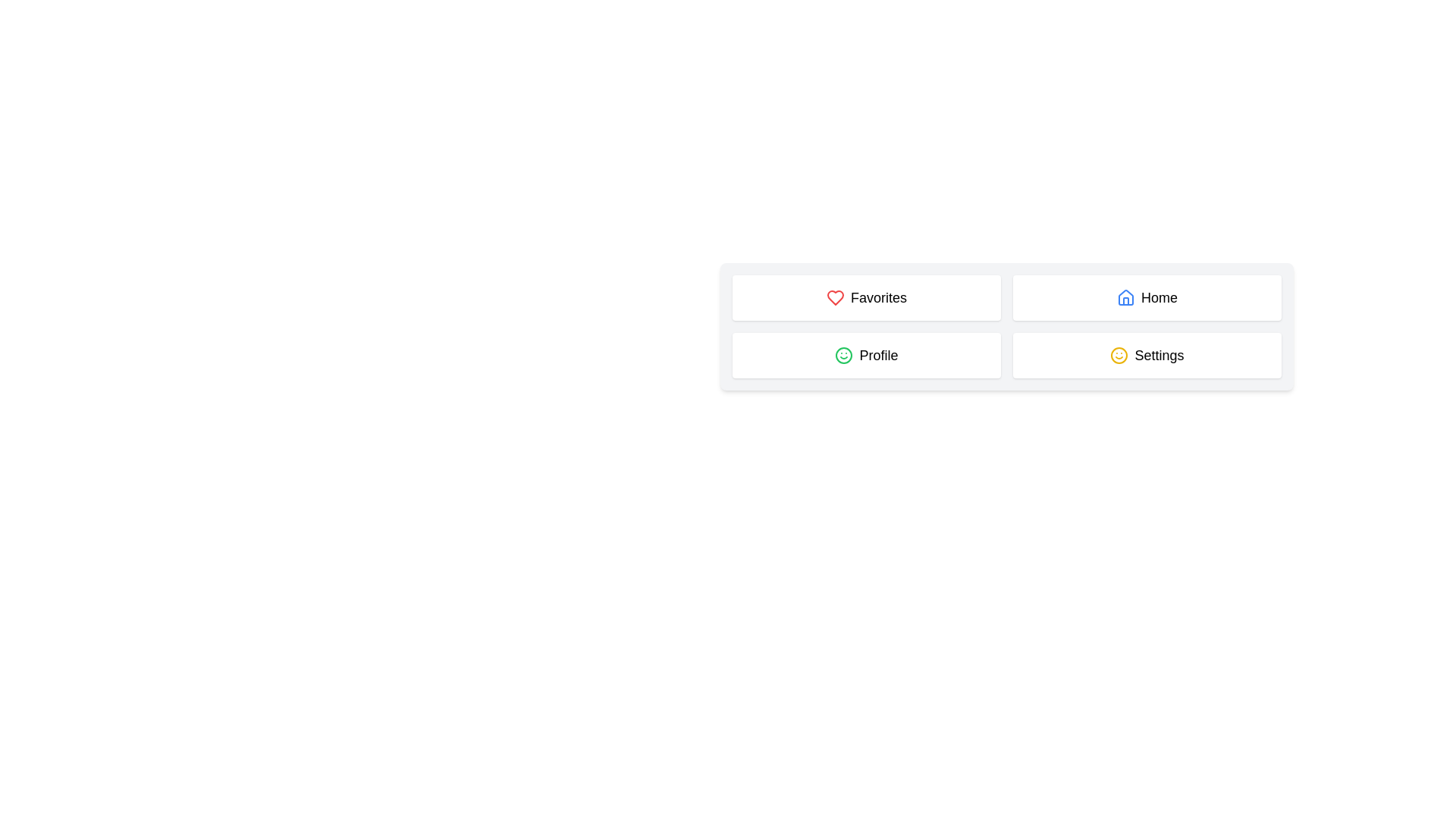  Describe the element at coordinates (1158, 298) in the screenshot. I see `text from the 'Home' label located in the top row, second column of the grid structure, which indicates its purpose or destination` at that location.